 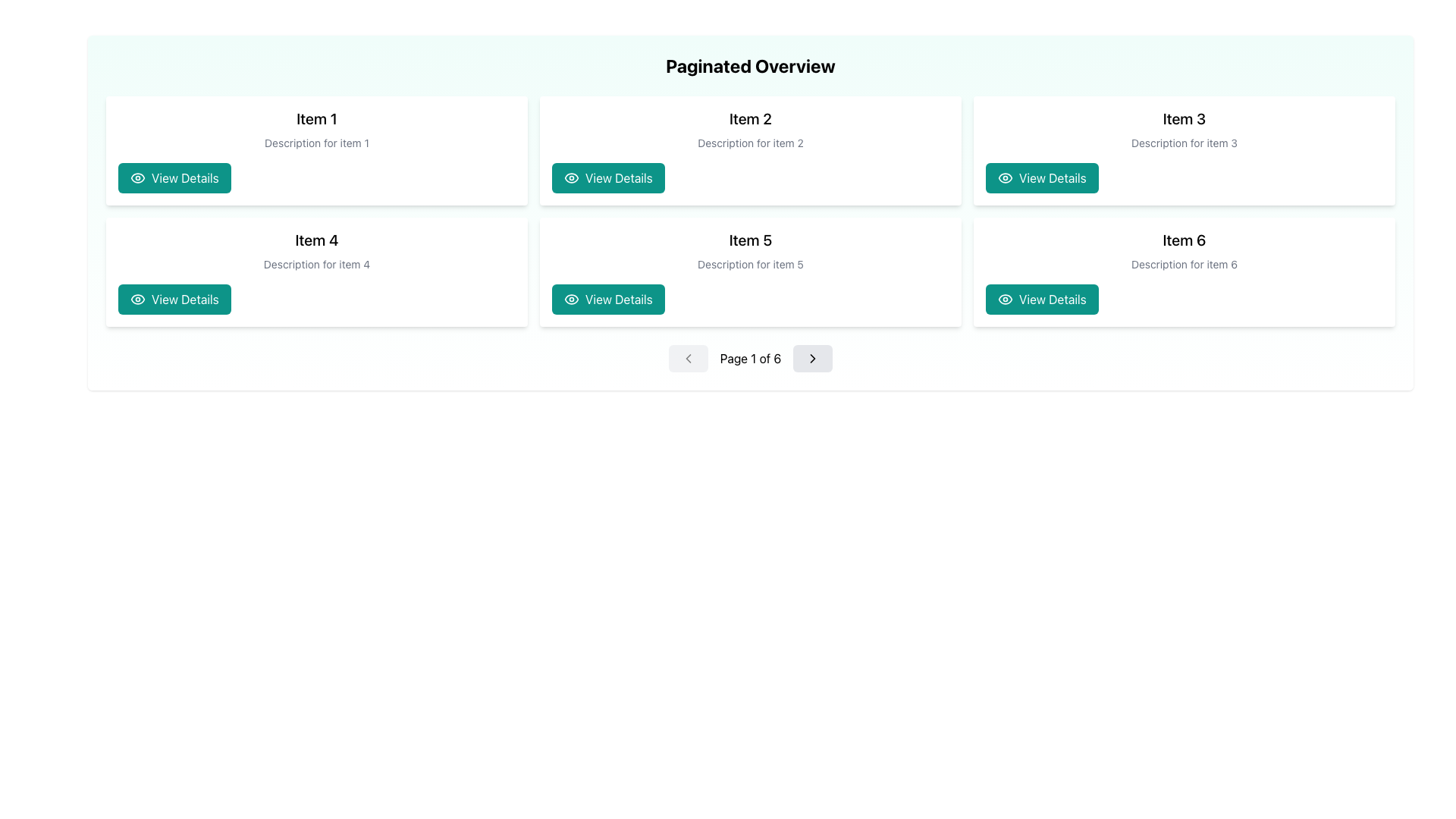 What do you see at coordinates (812, 359) in the screenshot?
I see `the right-pointing chevron arrow button with a black outline and light gray circular background, located below the pagination control displaying 'Page 1 of 6'` at bounding box center [812, 359].